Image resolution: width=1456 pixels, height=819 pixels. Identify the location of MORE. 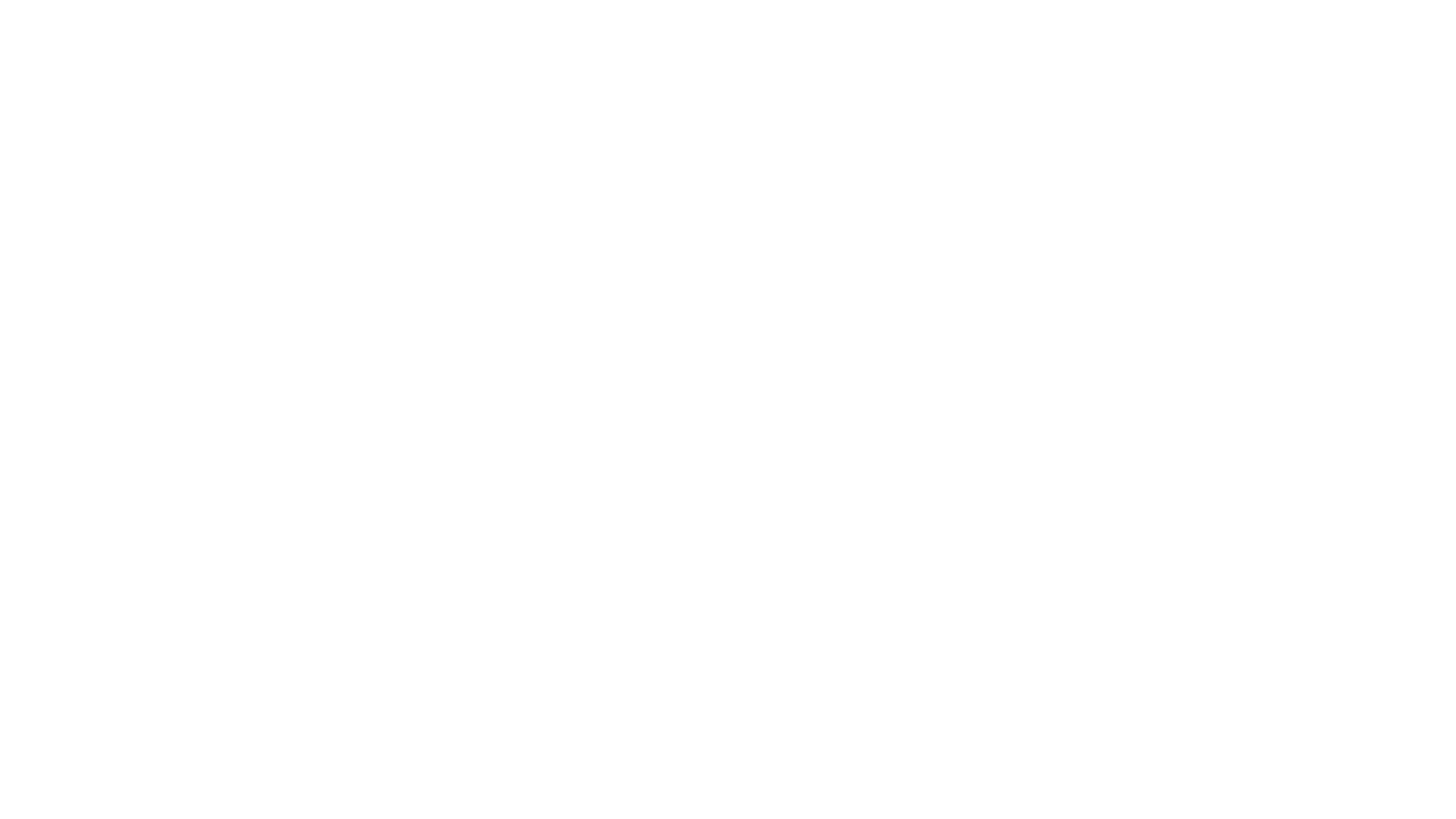
(998, 24).